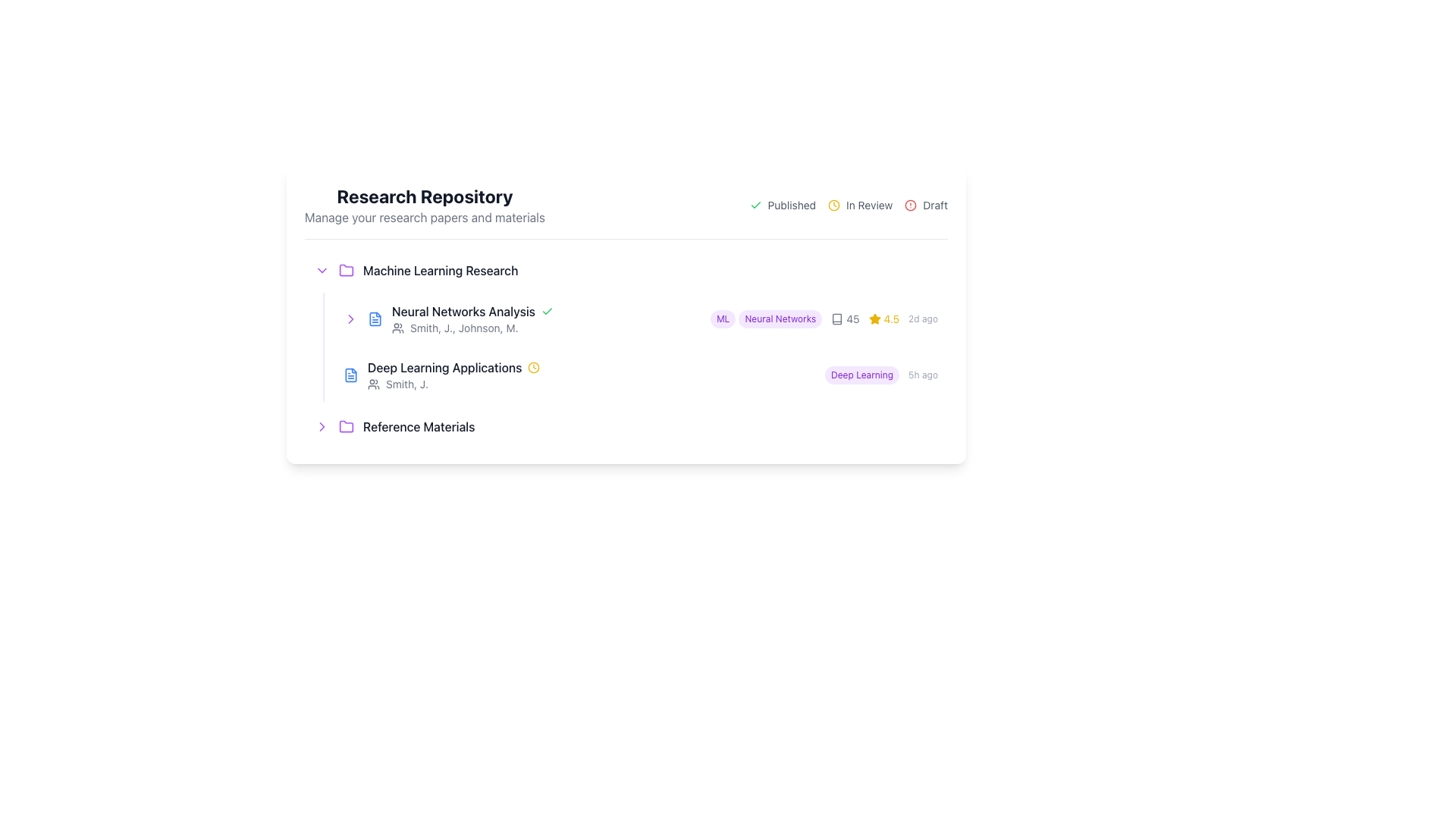  I want to click on the user group icon located to the left of the text 'Smith, J., Johnson, M.' in the 'Machine Learning Research' section to understand its association, so click(397, 327).